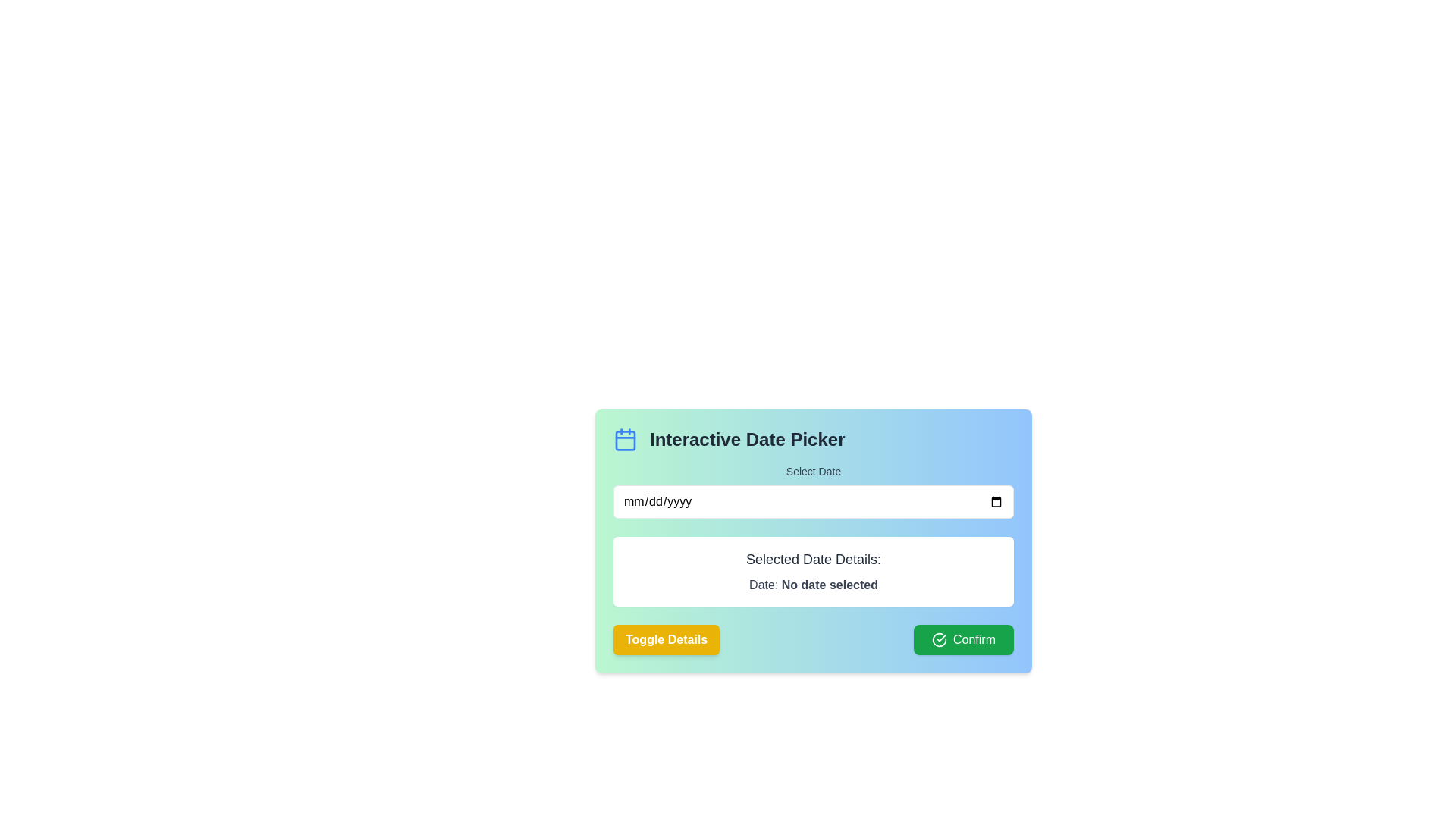 The width and height of the screenshot is (1456, 819). I want to click on the graphical rectangle representing the date area within the calendar icon, so click(626, 441).